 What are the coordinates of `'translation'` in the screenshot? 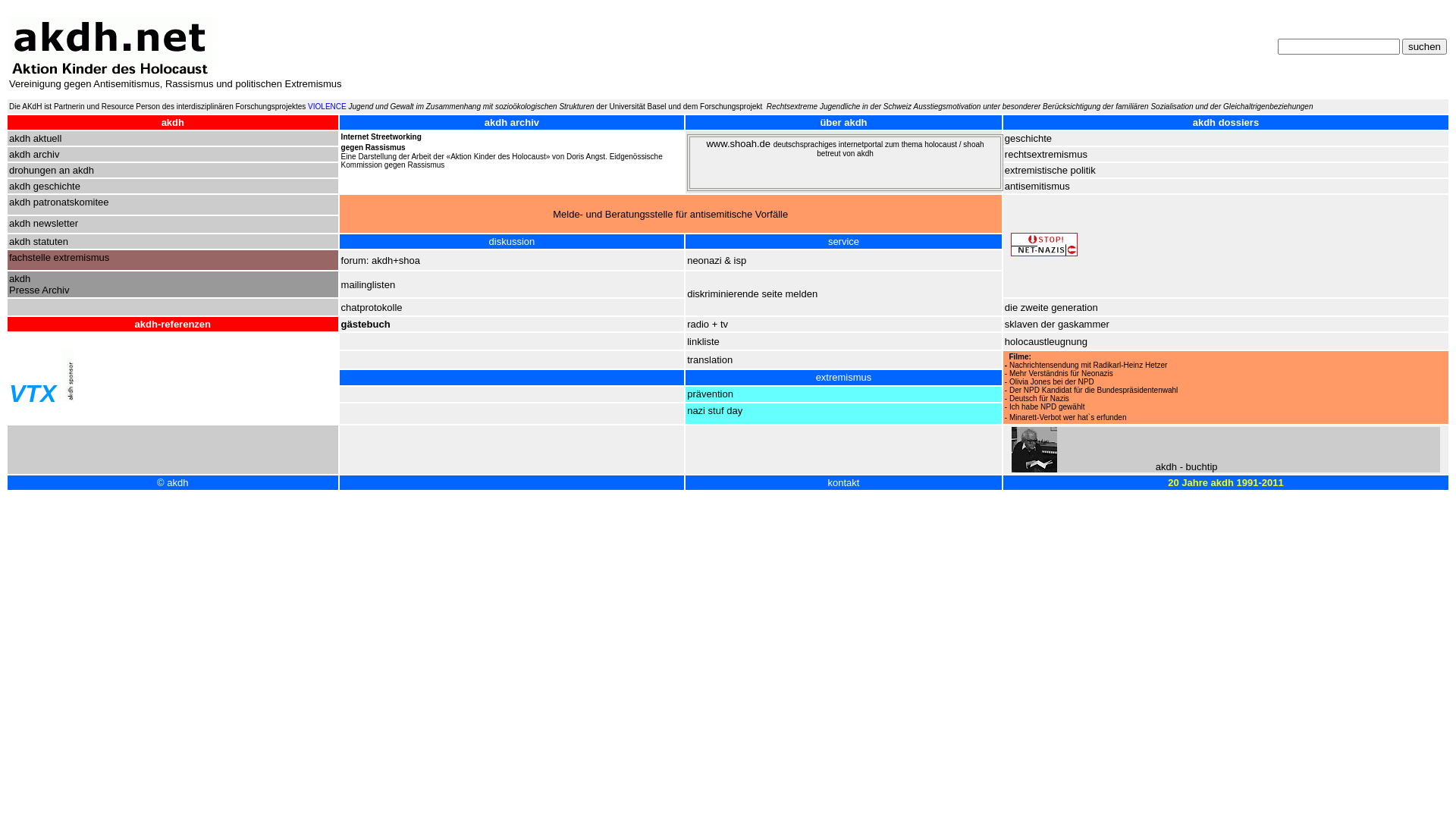 It's located at (686, 359).